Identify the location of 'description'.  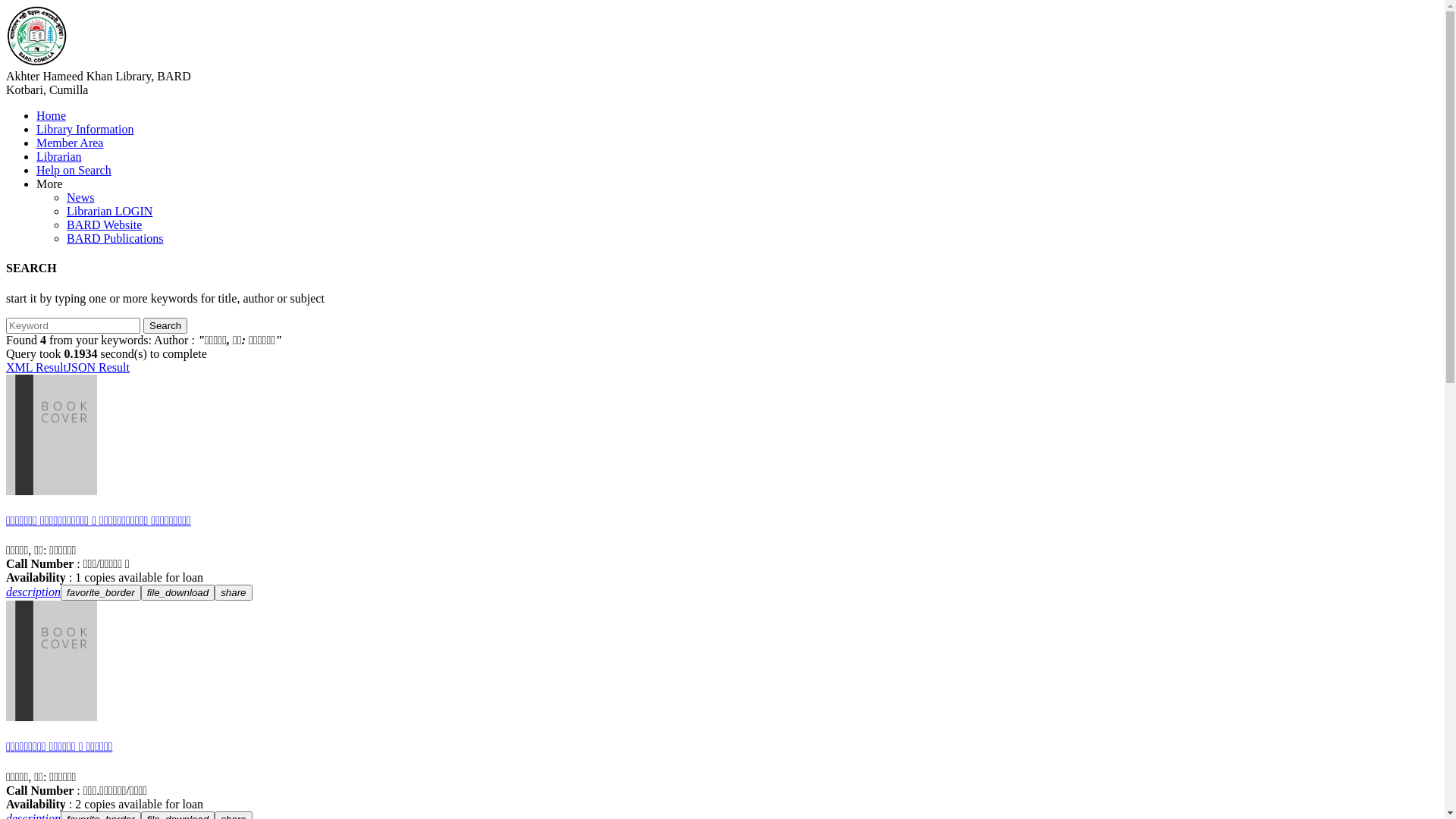
(33, 591).